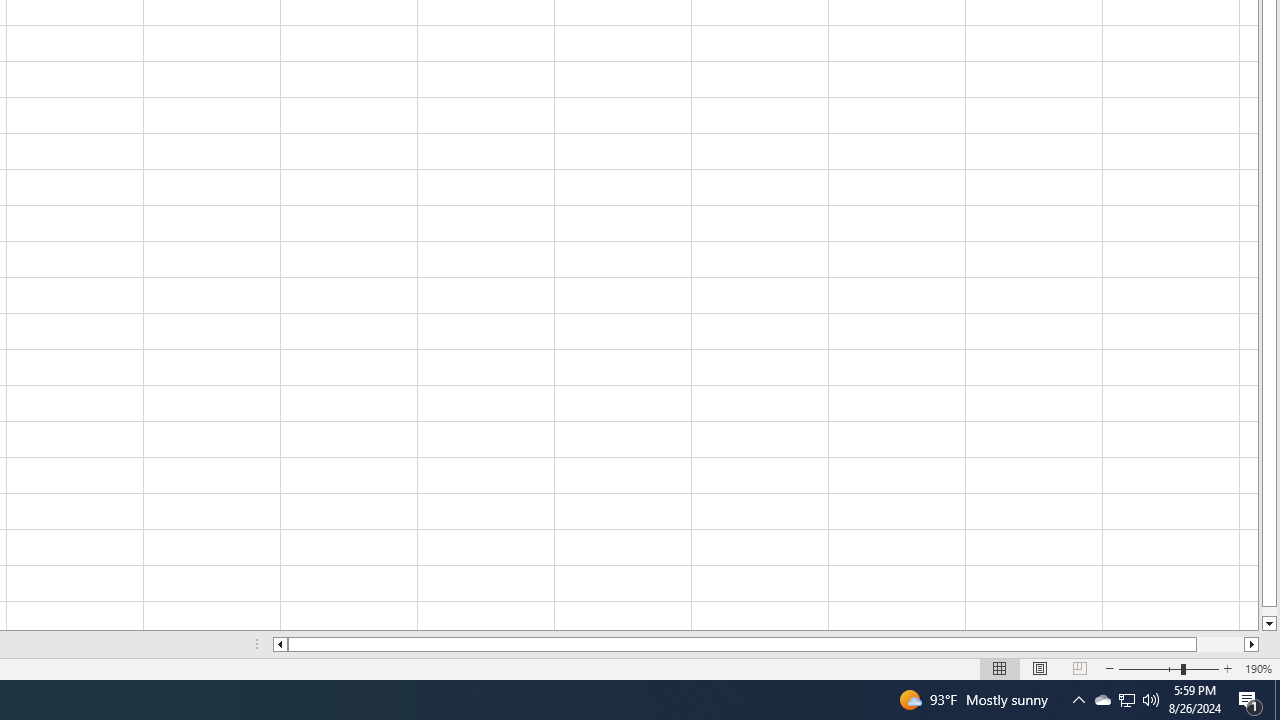  I want to click on 'Page down', so click(1268, 610).